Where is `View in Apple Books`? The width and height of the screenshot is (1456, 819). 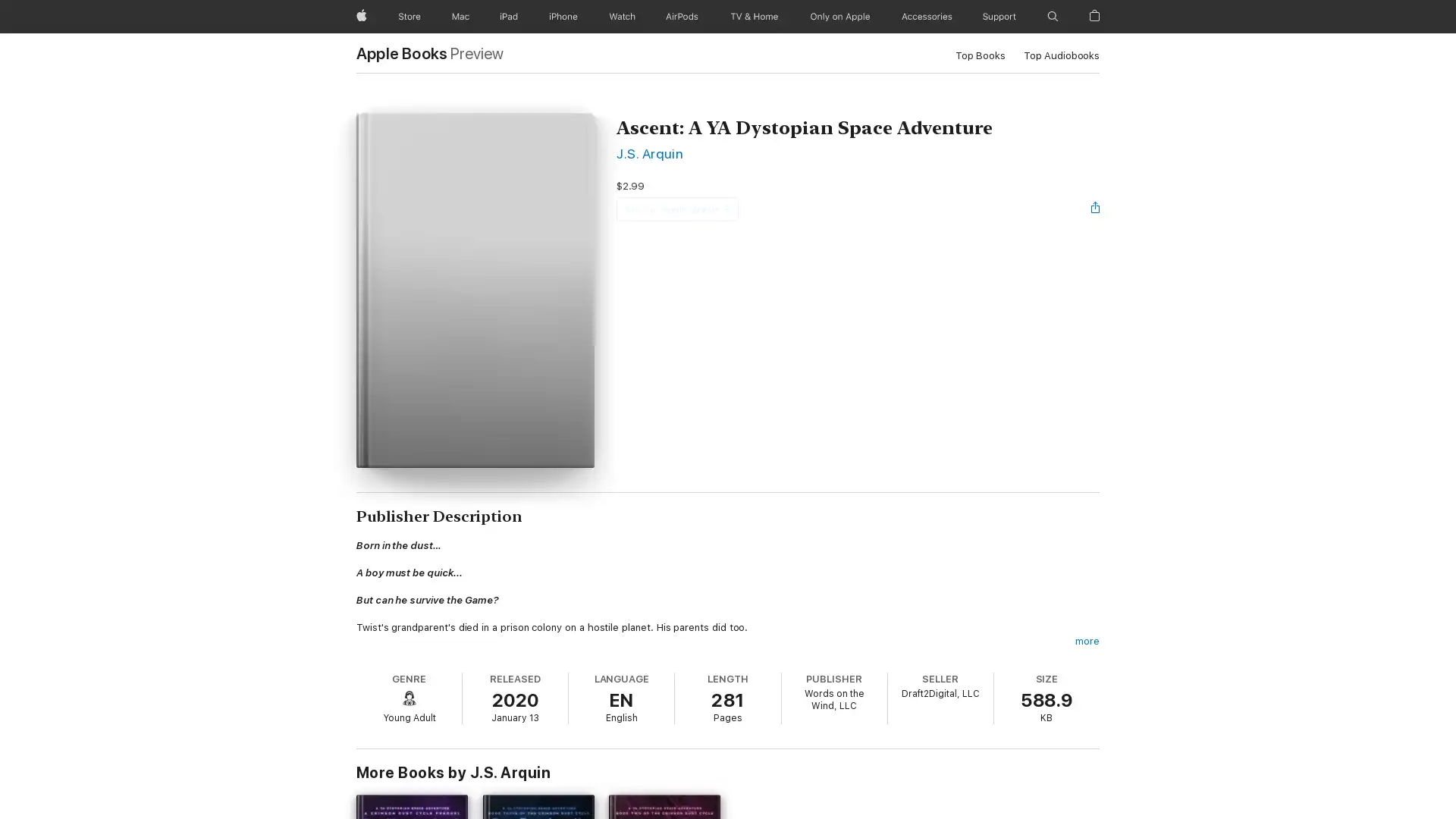
View in Apple Books is located at coordinates (676, 209).